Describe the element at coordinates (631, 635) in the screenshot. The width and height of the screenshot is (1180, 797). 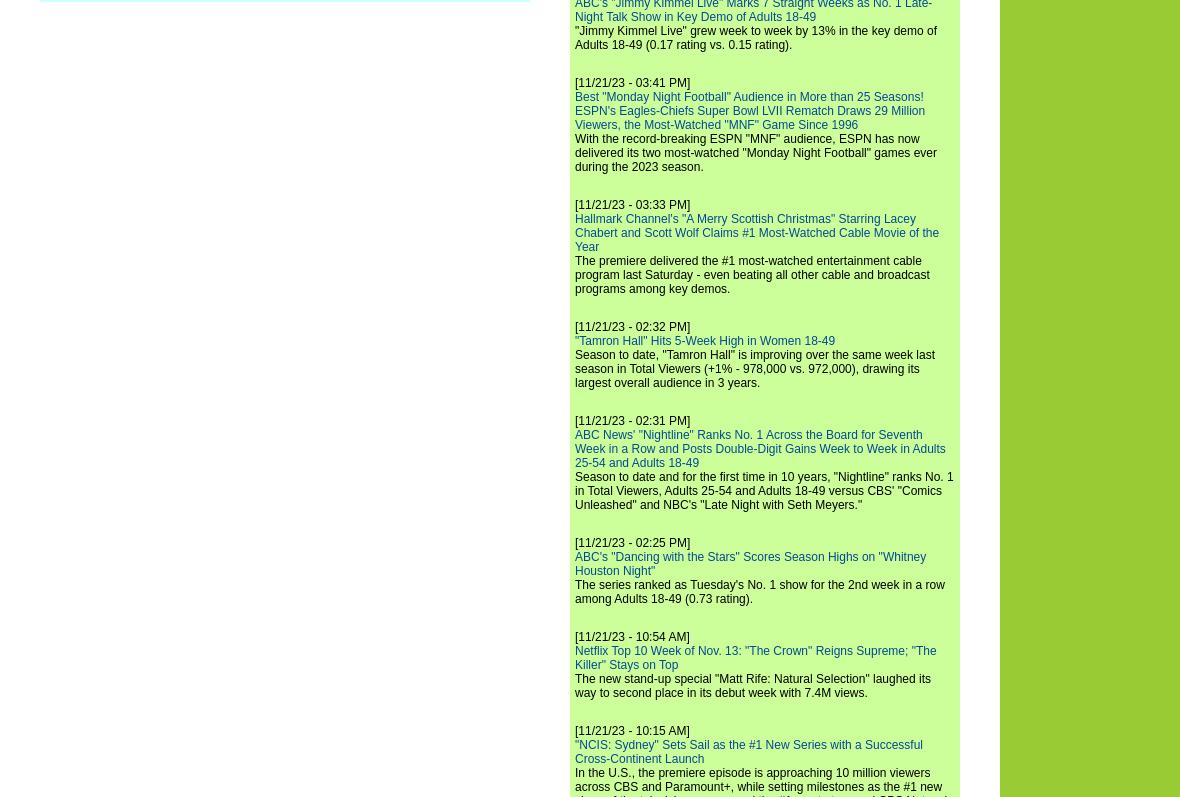
I see `'[11/21/23 - 10:54 AM]'` at that location.